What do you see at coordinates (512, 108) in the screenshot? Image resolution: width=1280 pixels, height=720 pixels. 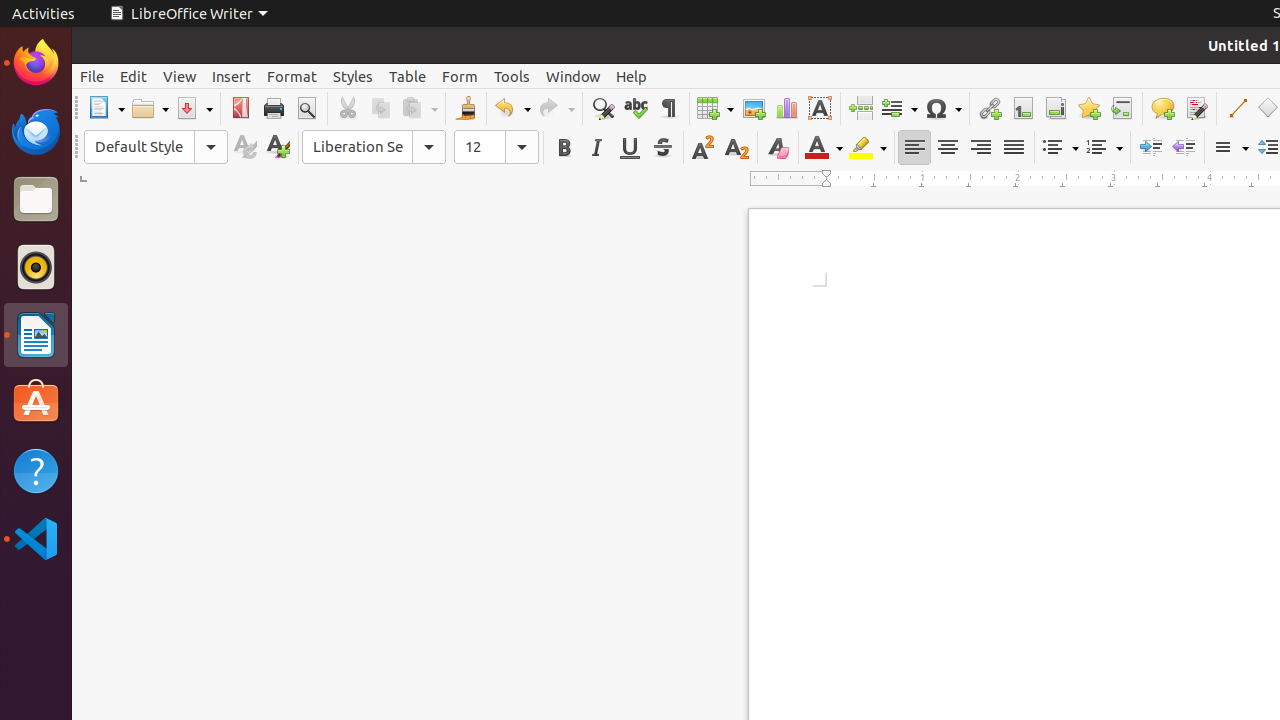 I see `'Undo'` at bounding box center [512, 108].